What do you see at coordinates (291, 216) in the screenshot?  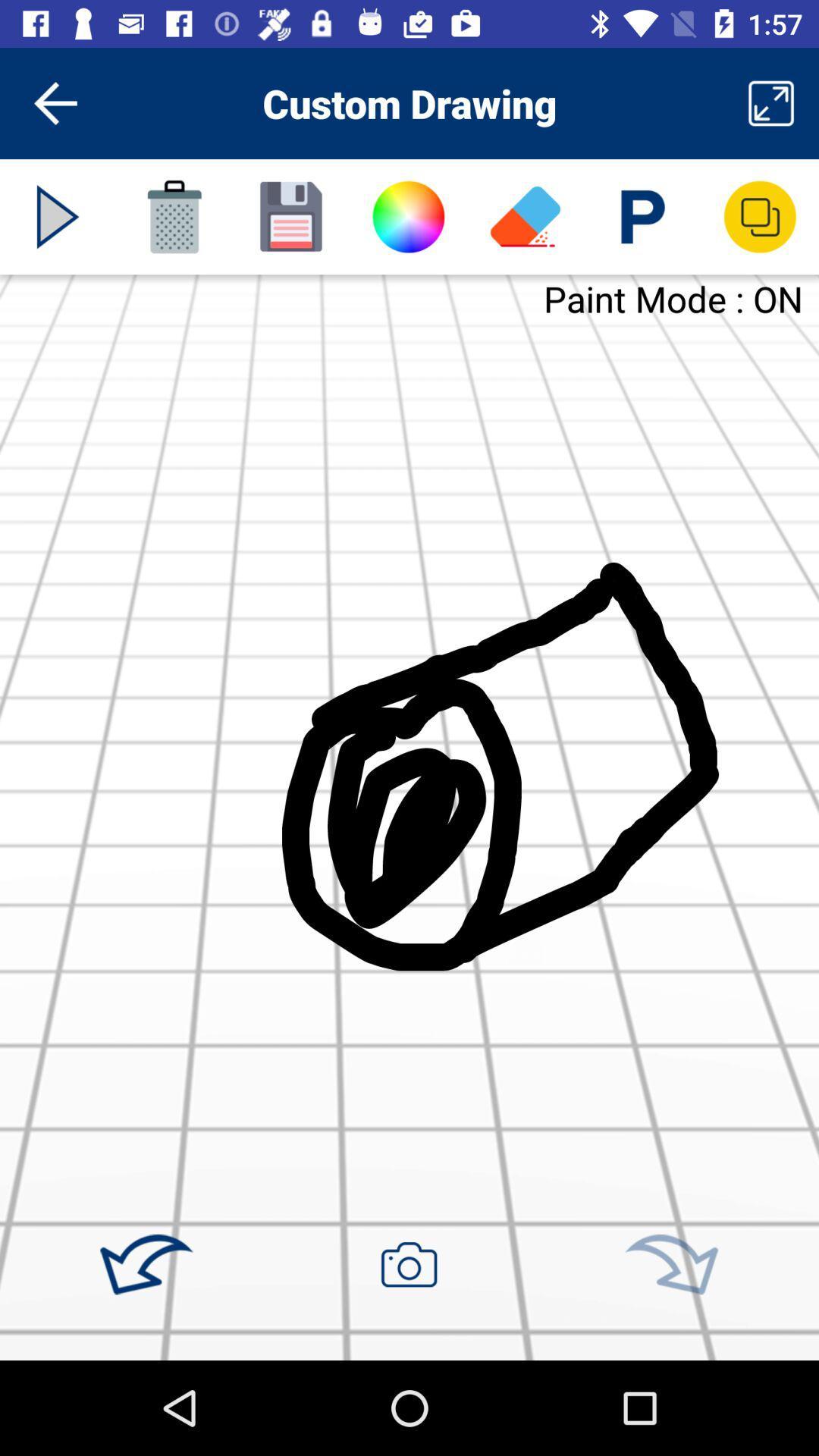 I see `the save icon` at bounding box center [291, 216].